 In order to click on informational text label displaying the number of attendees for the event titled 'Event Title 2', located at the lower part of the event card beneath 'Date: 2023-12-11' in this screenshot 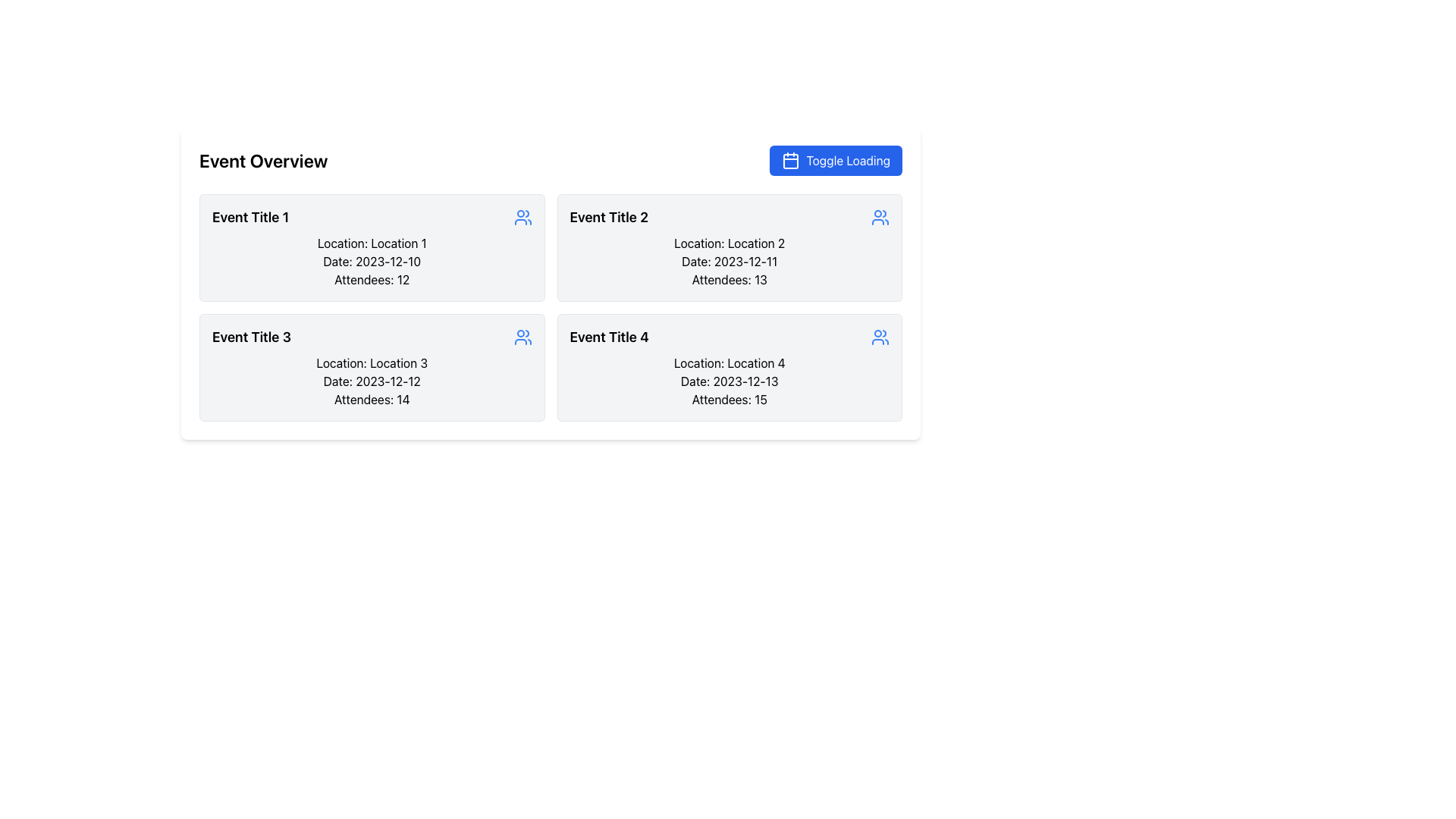, I will do `click(730, 280)`.